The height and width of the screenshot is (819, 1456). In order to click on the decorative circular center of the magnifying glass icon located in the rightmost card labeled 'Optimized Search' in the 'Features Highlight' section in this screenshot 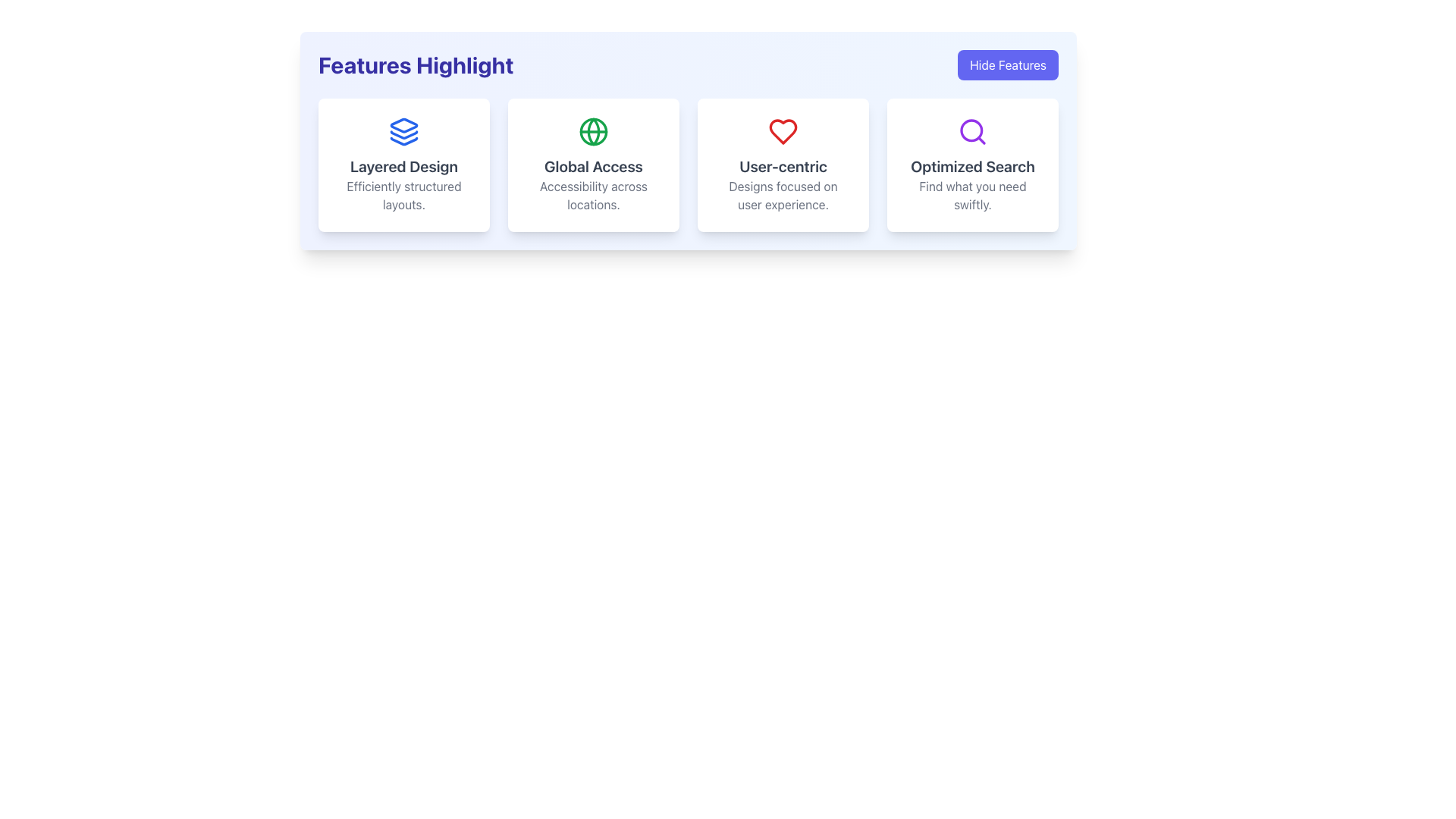, I will do `click(971, 130)`.